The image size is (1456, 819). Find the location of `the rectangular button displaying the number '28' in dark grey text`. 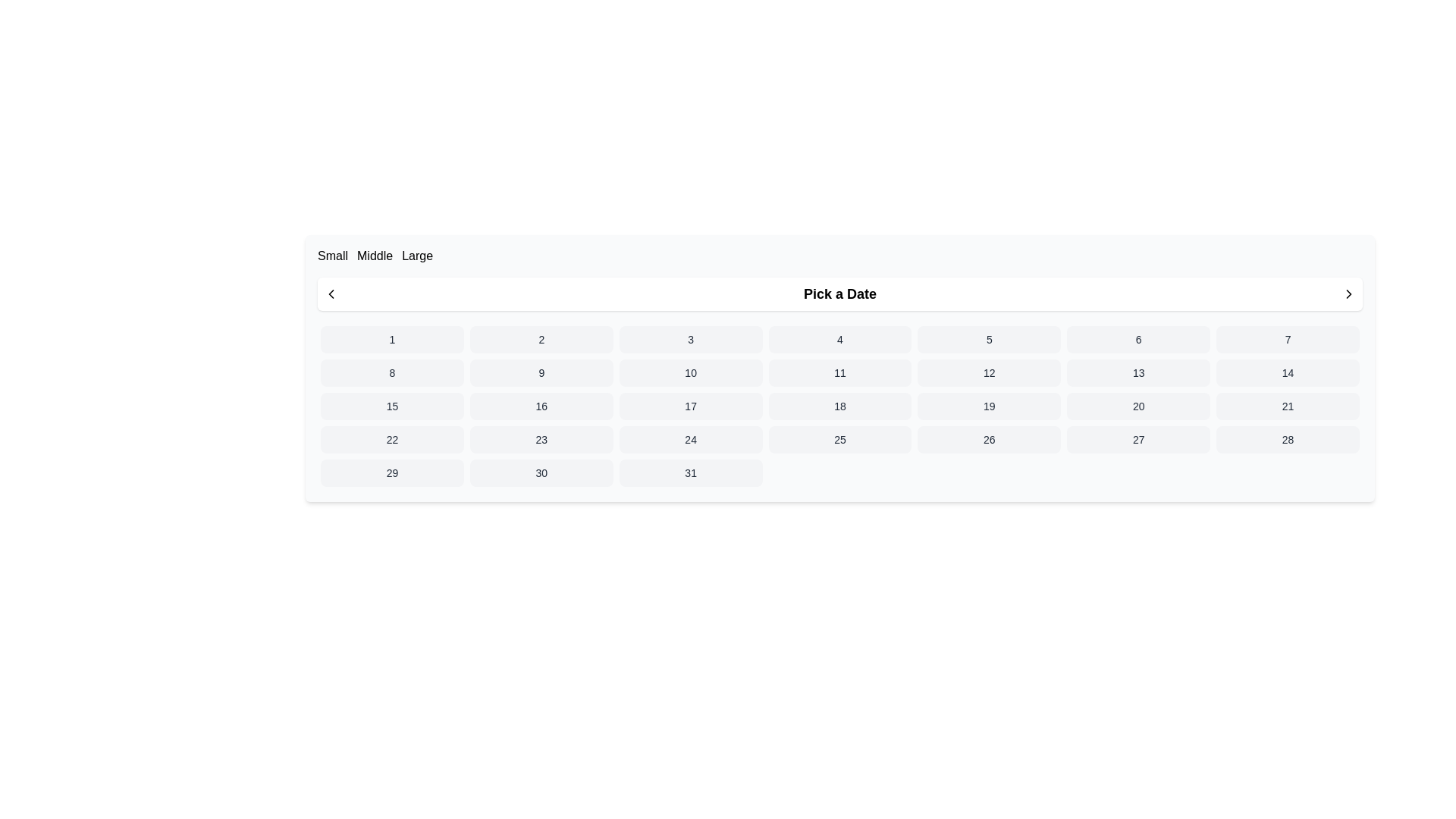

the rectangular button displaying the number '28' in dark grey text is located at coordinates (1287, 439).